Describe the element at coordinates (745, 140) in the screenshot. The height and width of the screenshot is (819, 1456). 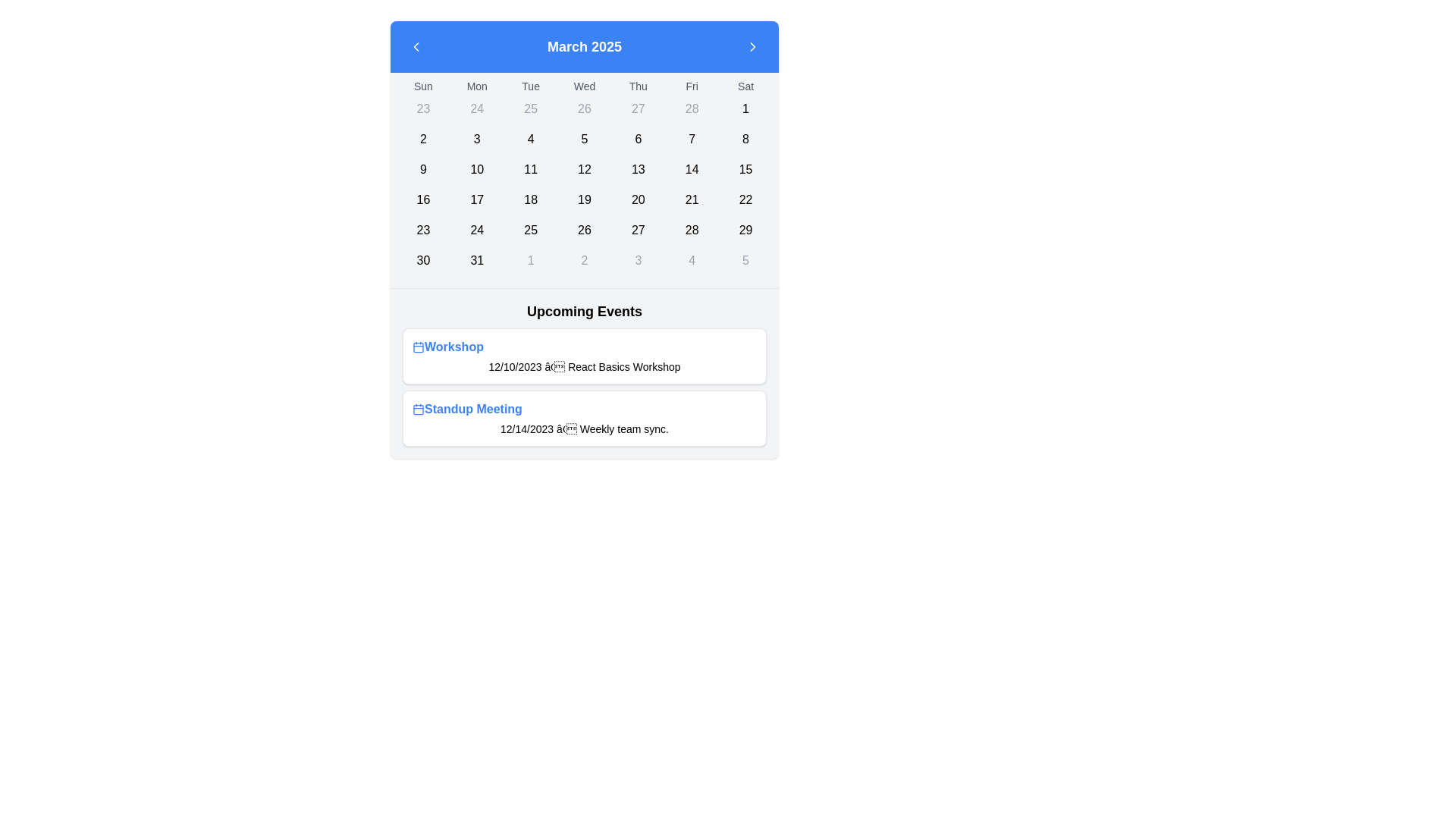
I see `the text-based clickable grid cell representing the second Saturday of March 2025` at that location.